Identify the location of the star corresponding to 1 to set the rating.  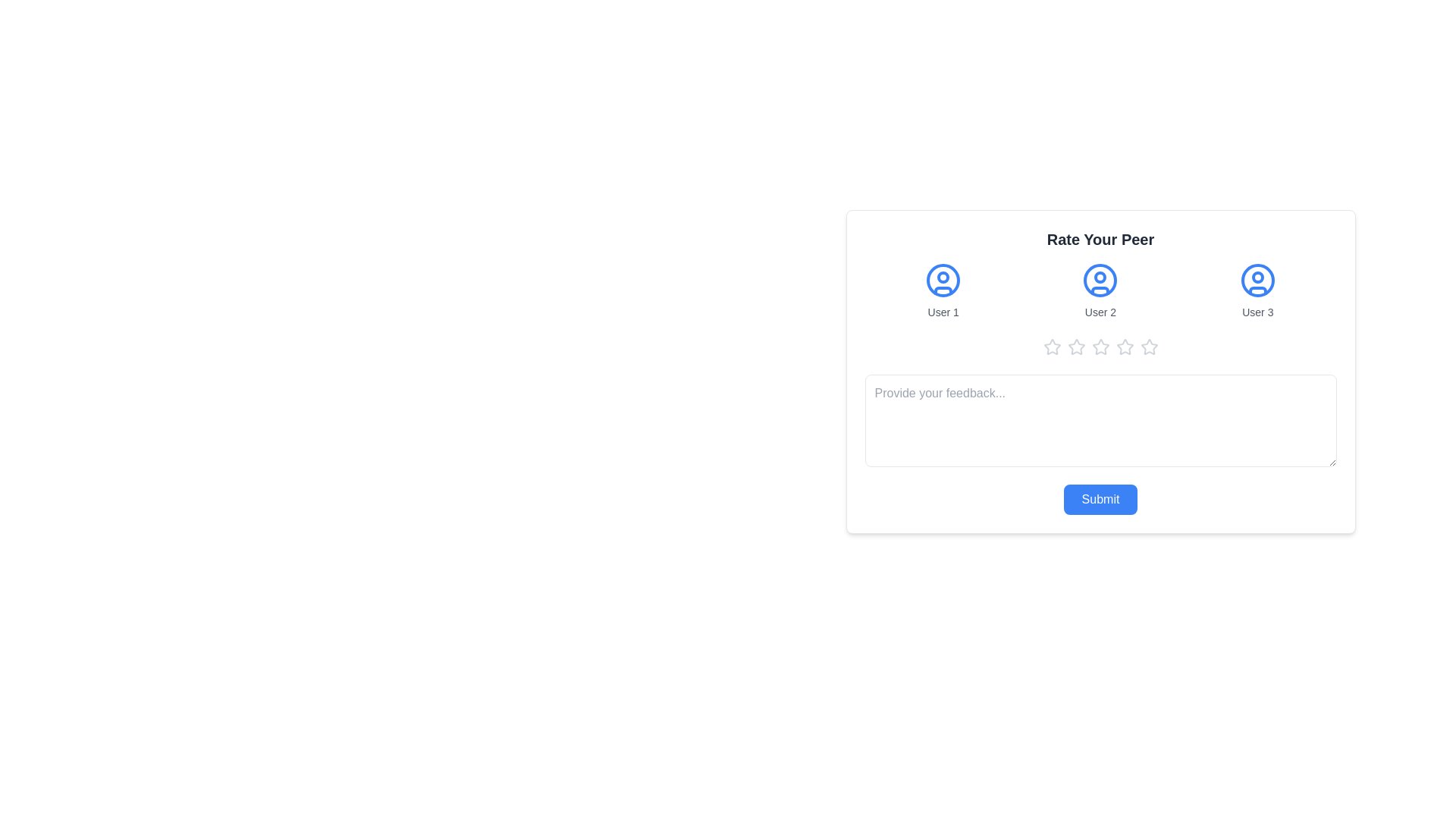
(1051, 347).